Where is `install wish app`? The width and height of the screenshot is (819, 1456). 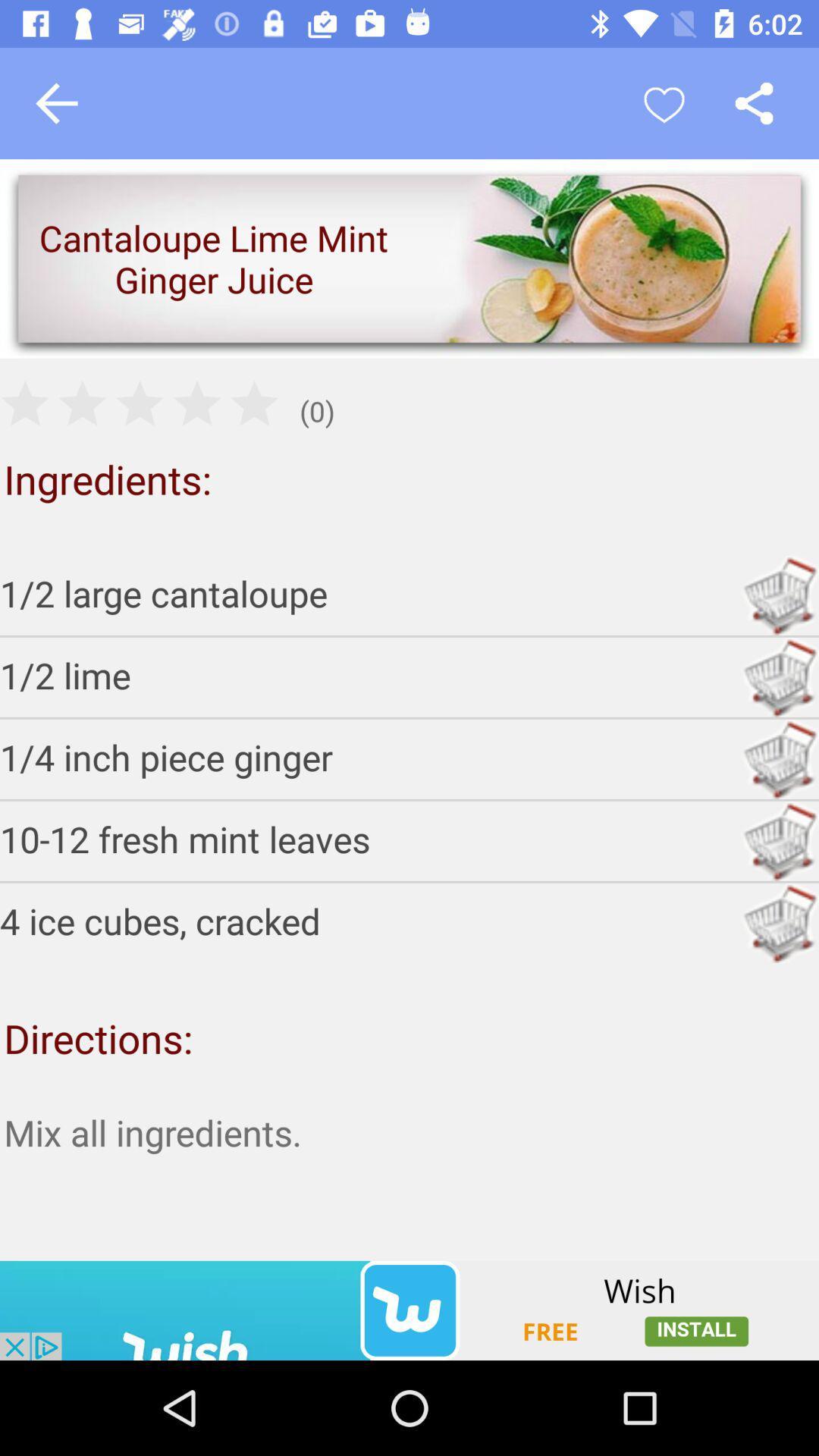 install wish app is located at coordinates (409, 1310).